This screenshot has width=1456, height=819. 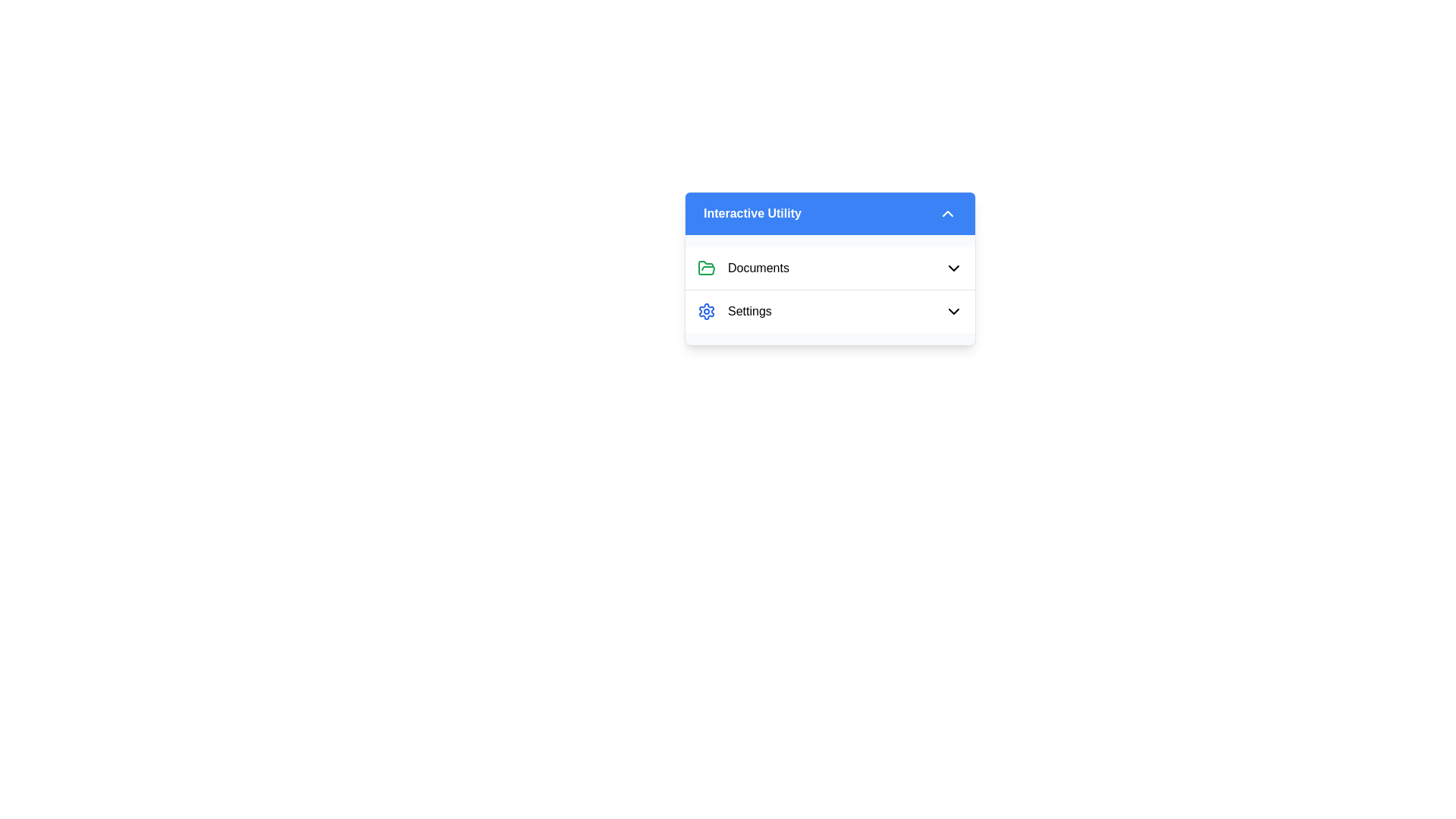 What do you see at coordinates (705, 311) in the screenshot?
I see `the gear-like icon with a blue outline located above the 'Settings' text in the dropdown section beneath the 'Interactive Utility' header` at bounding box center [705, 311].